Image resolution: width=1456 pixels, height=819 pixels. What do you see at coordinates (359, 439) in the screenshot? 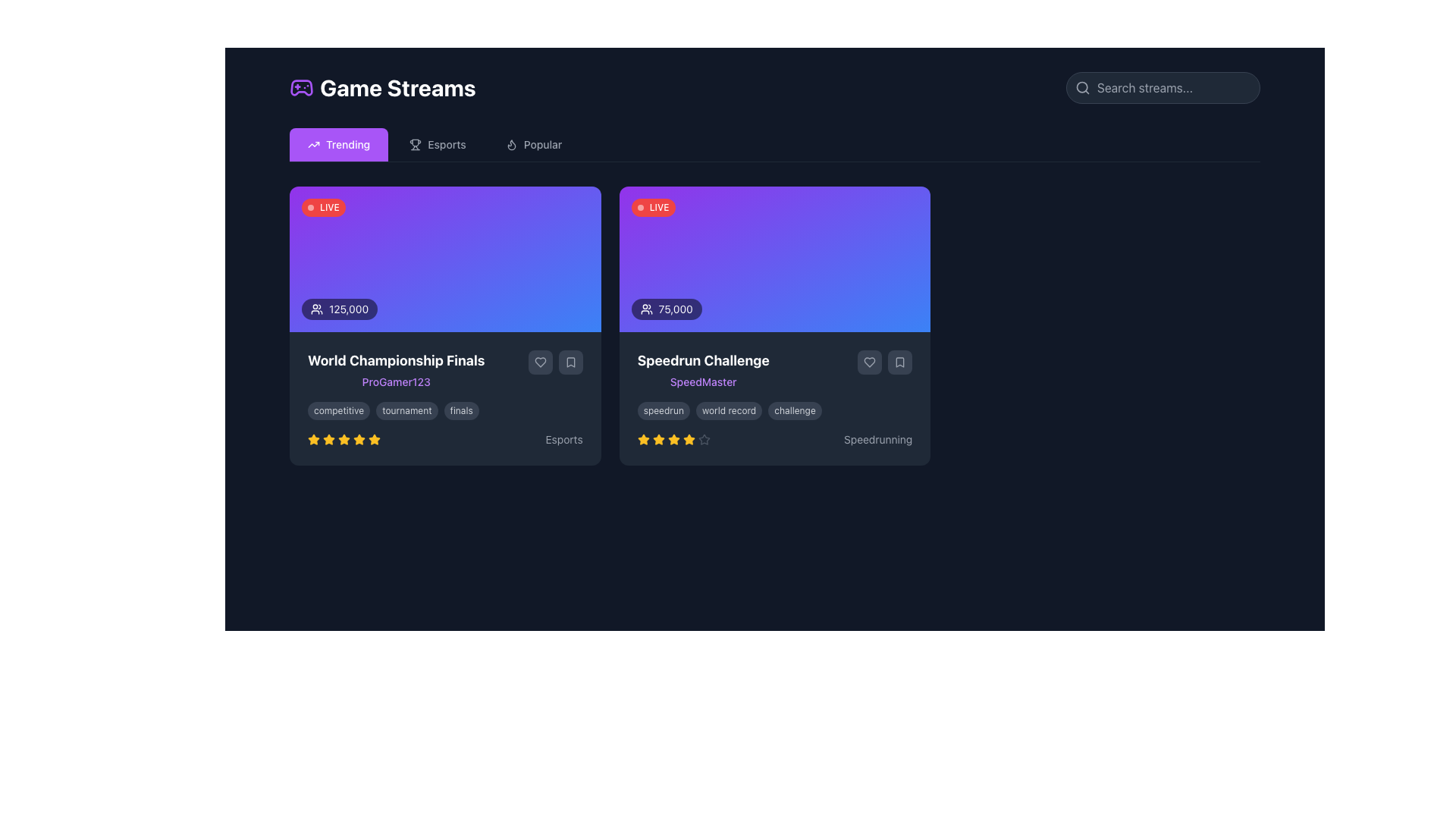
I see `the fifth star icon in the rating row of the 'World Championship Finals' card` at bounding box center [359, 439].